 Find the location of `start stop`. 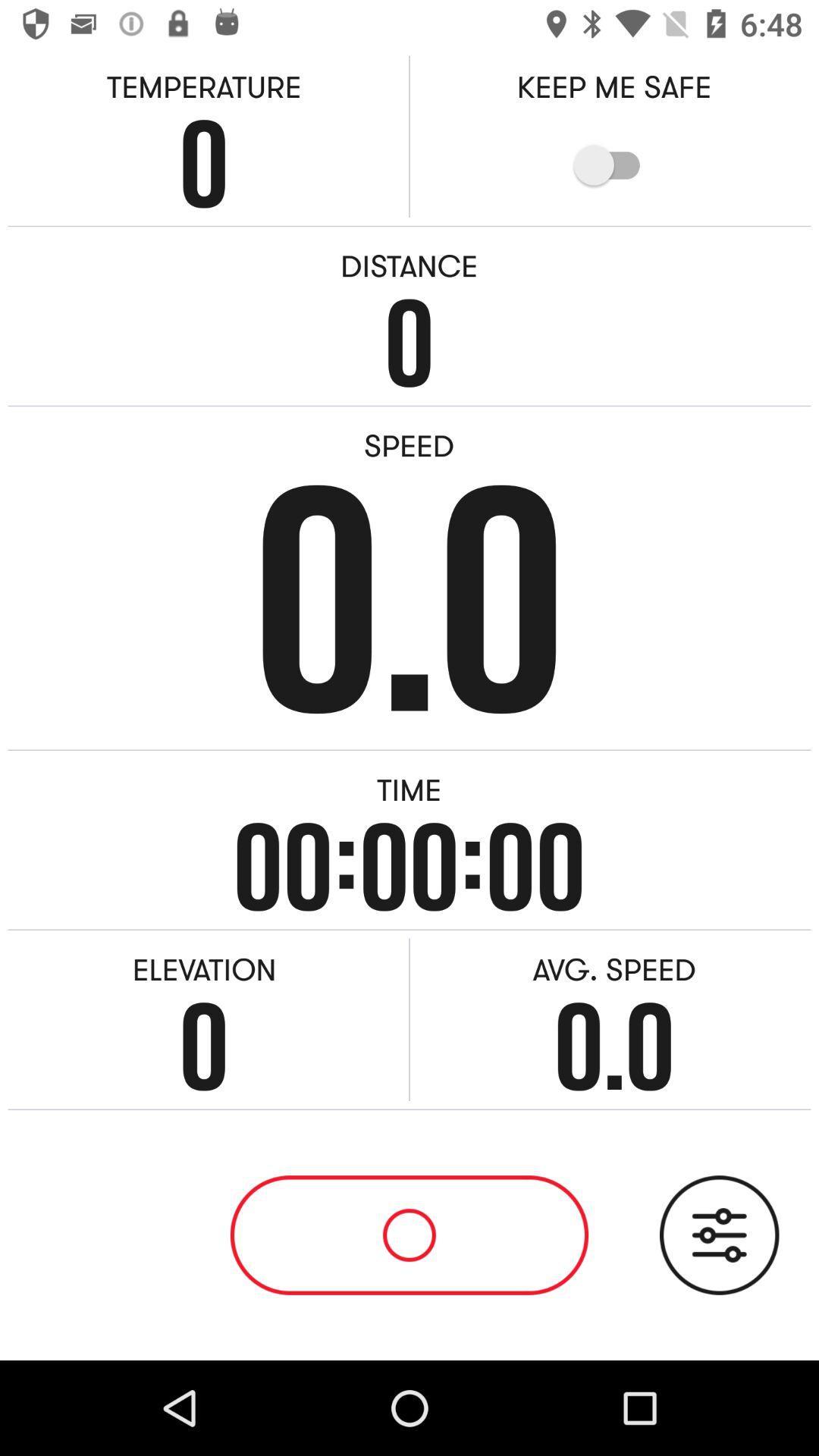

start stop is located at coordinates (409, 1235).